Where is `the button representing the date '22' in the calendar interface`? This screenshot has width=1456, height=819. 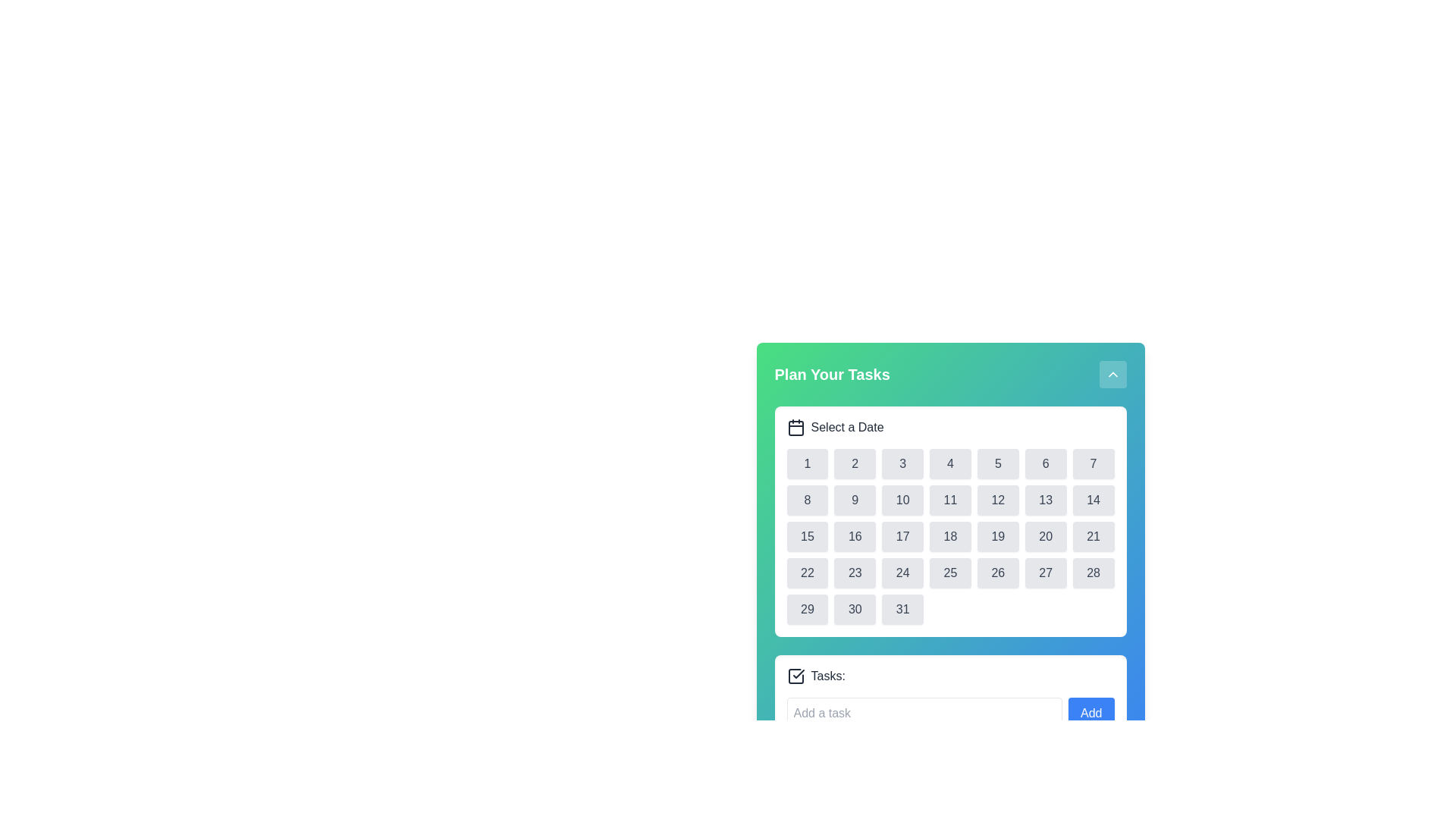
the button representing the date '22' in the calendar interface is located at coordinates (806, 573).